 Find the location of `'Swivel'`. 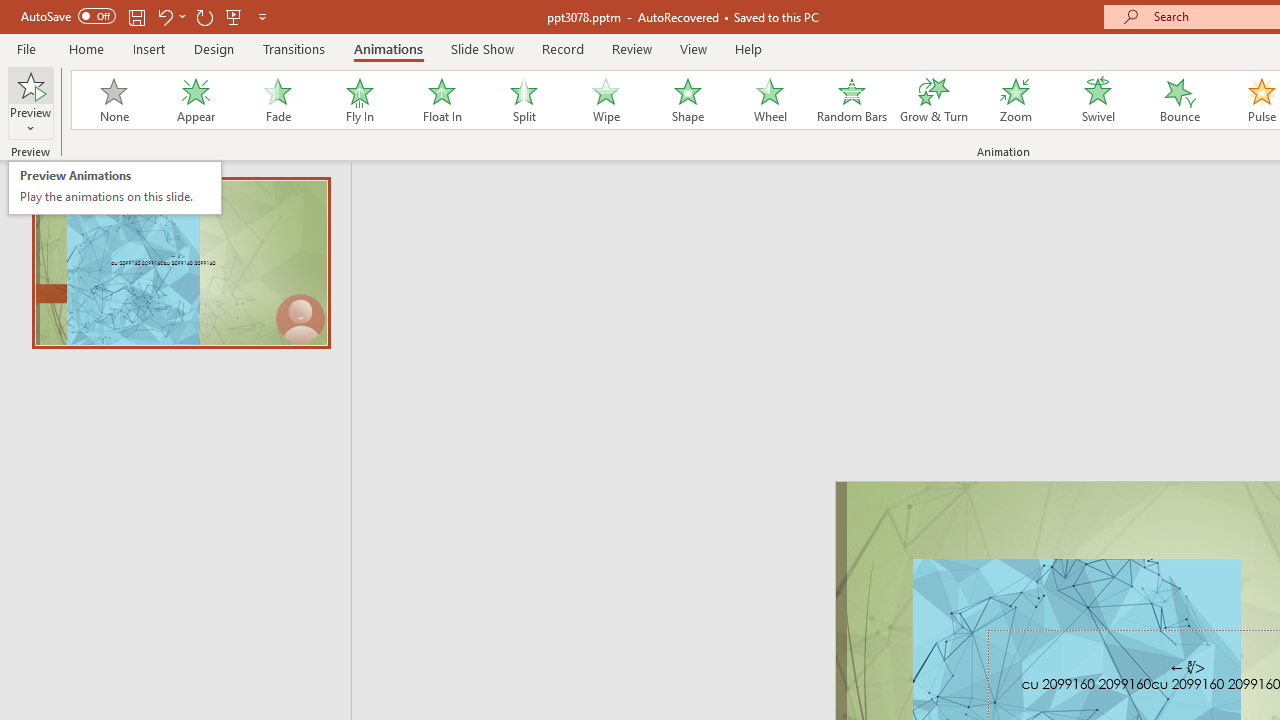

'Swivel' is located at coordinates (1097, 100).